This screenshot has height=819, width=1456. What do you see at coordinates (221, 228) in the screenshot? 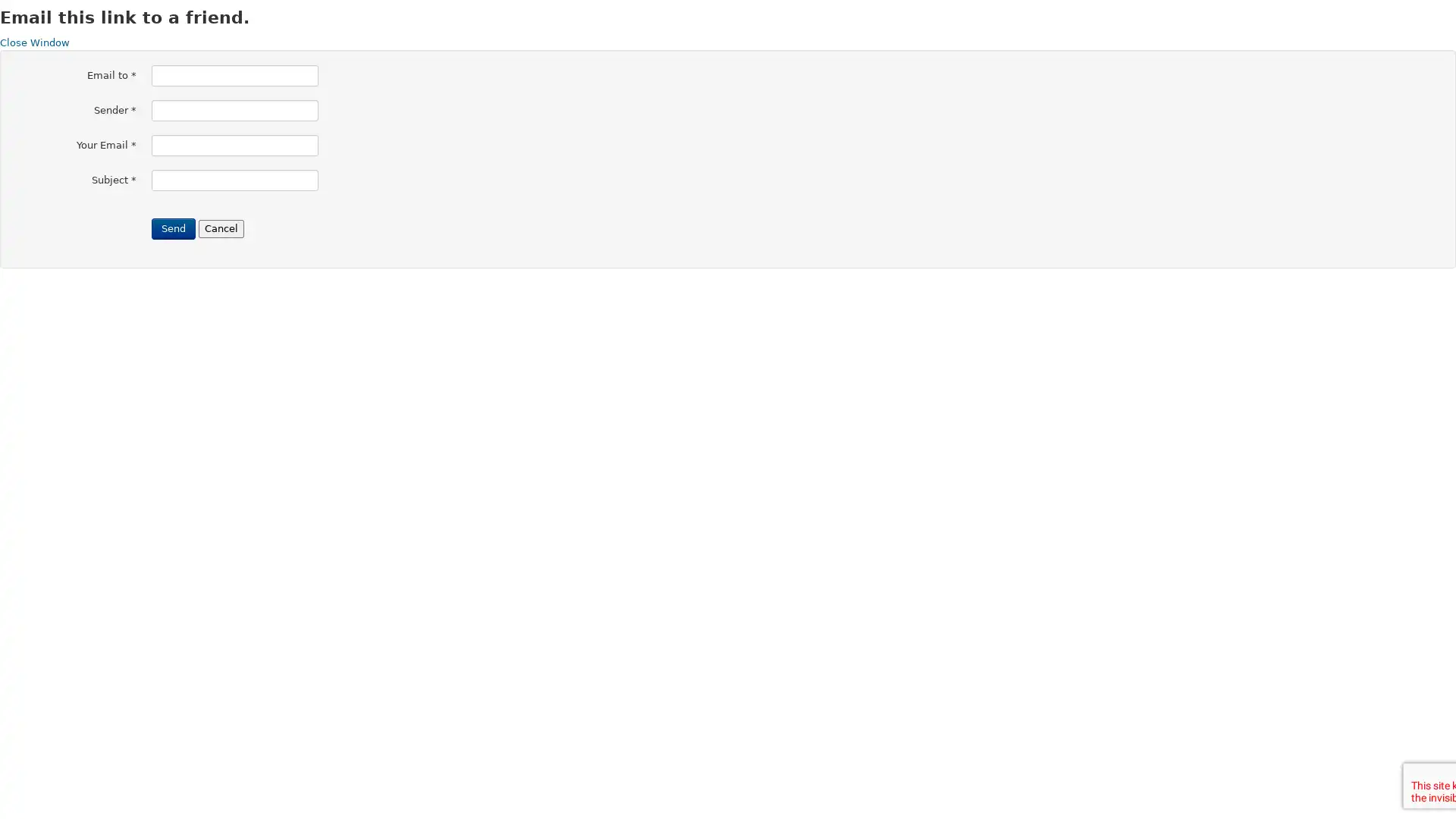
I see `Cancel` at bounding box center [221, 228].